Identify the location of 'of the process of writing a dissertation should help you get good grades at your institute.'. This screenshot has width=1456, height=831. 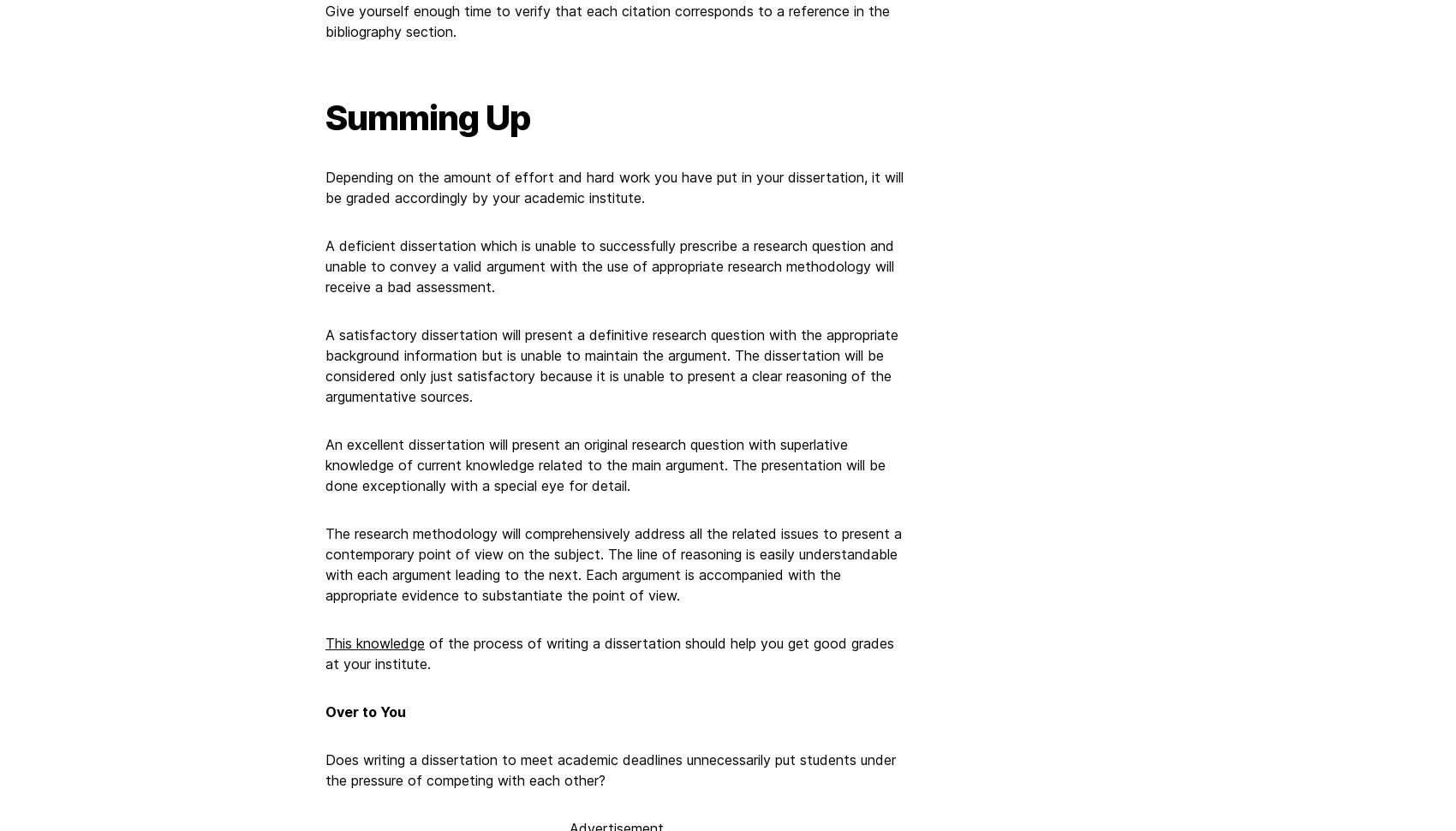
(609, 652).